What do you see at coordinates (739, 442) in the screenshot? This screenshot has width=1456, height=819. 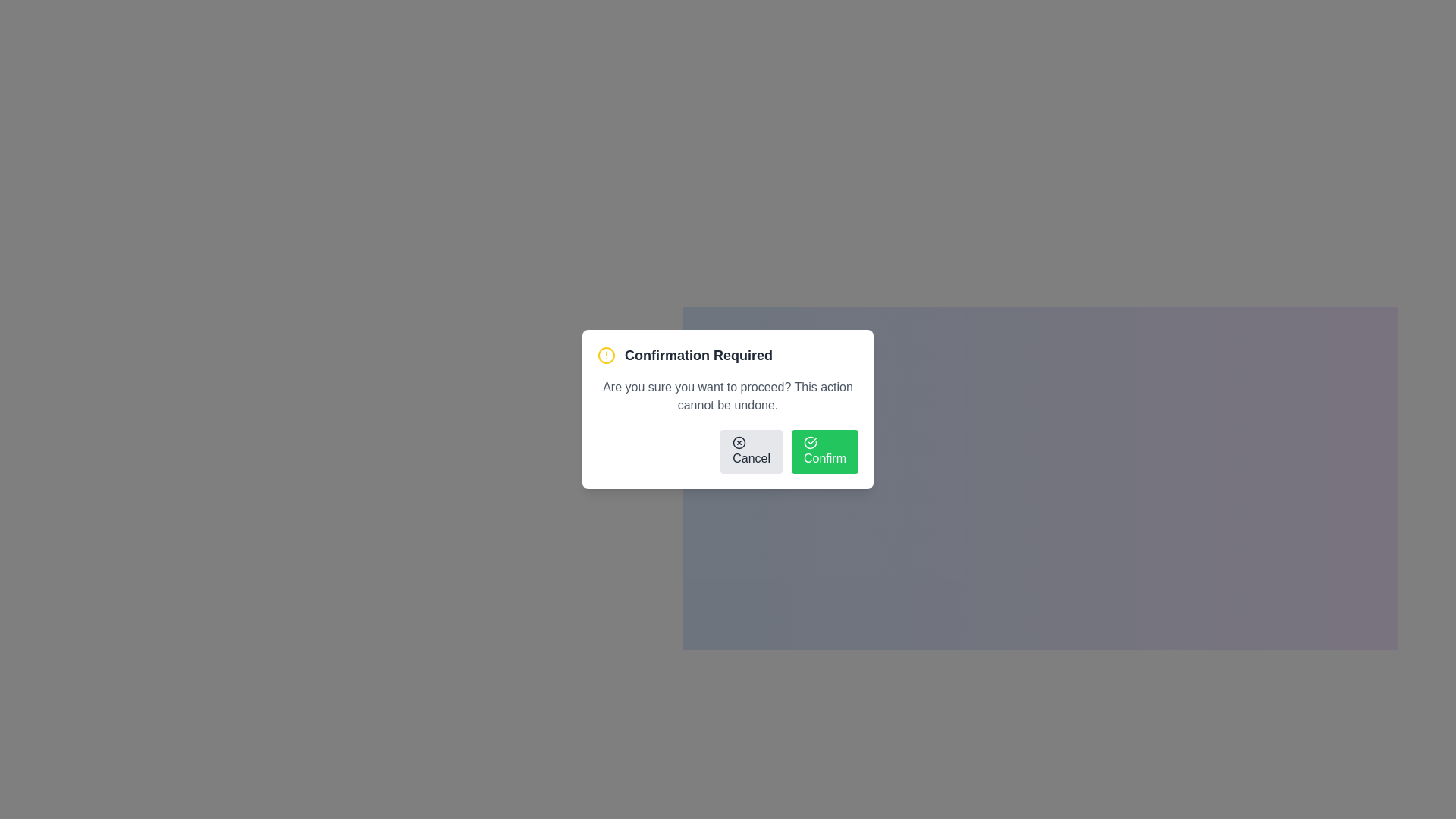 I see `the appearance of the cancel icon located within the 'Cancel' button at the bottom section of the modal confirmation dialog box` at bounding box center [739, 442].